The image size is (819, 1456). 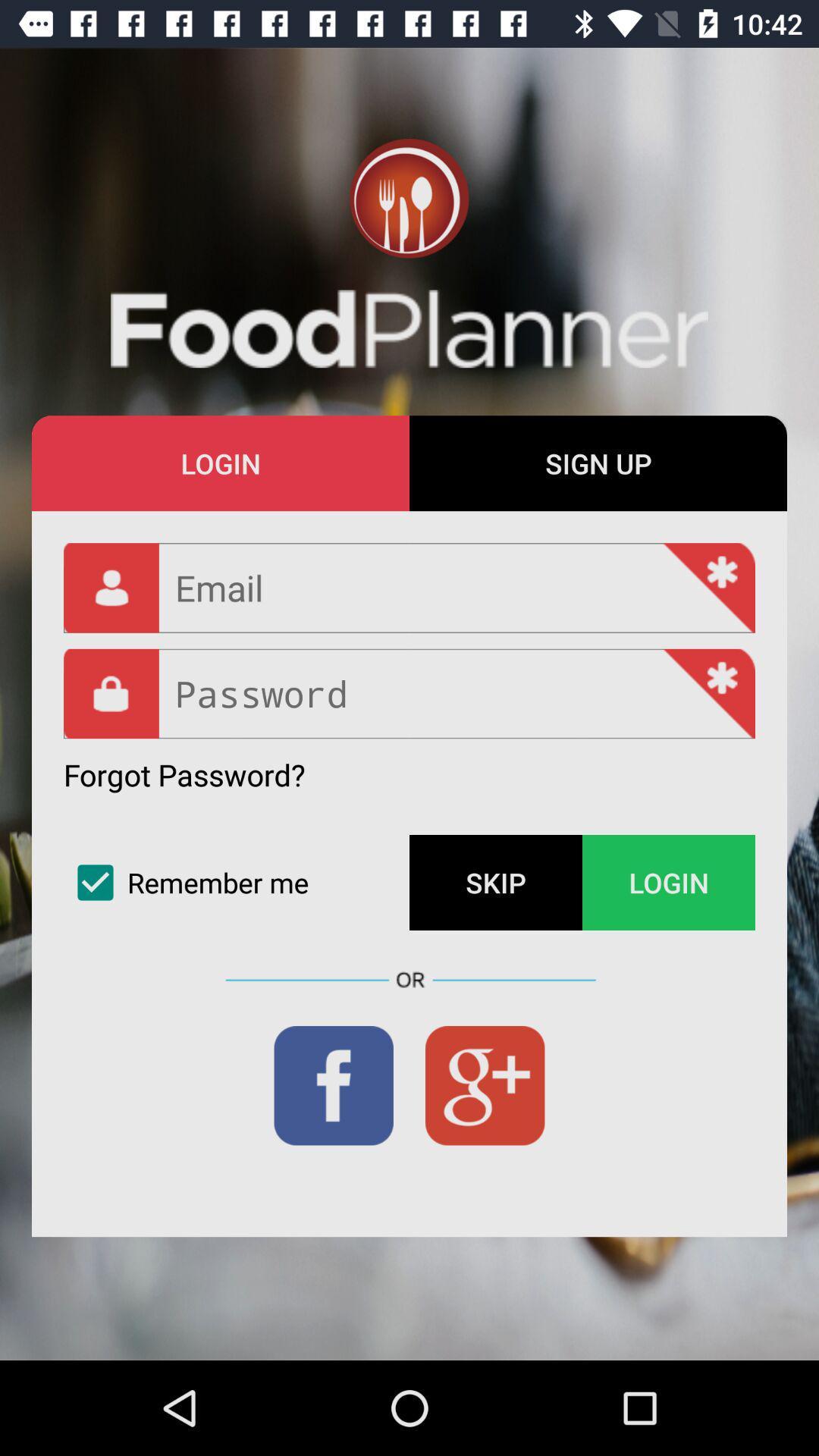 I want to click on type password bar, so click(x=409, y=693).